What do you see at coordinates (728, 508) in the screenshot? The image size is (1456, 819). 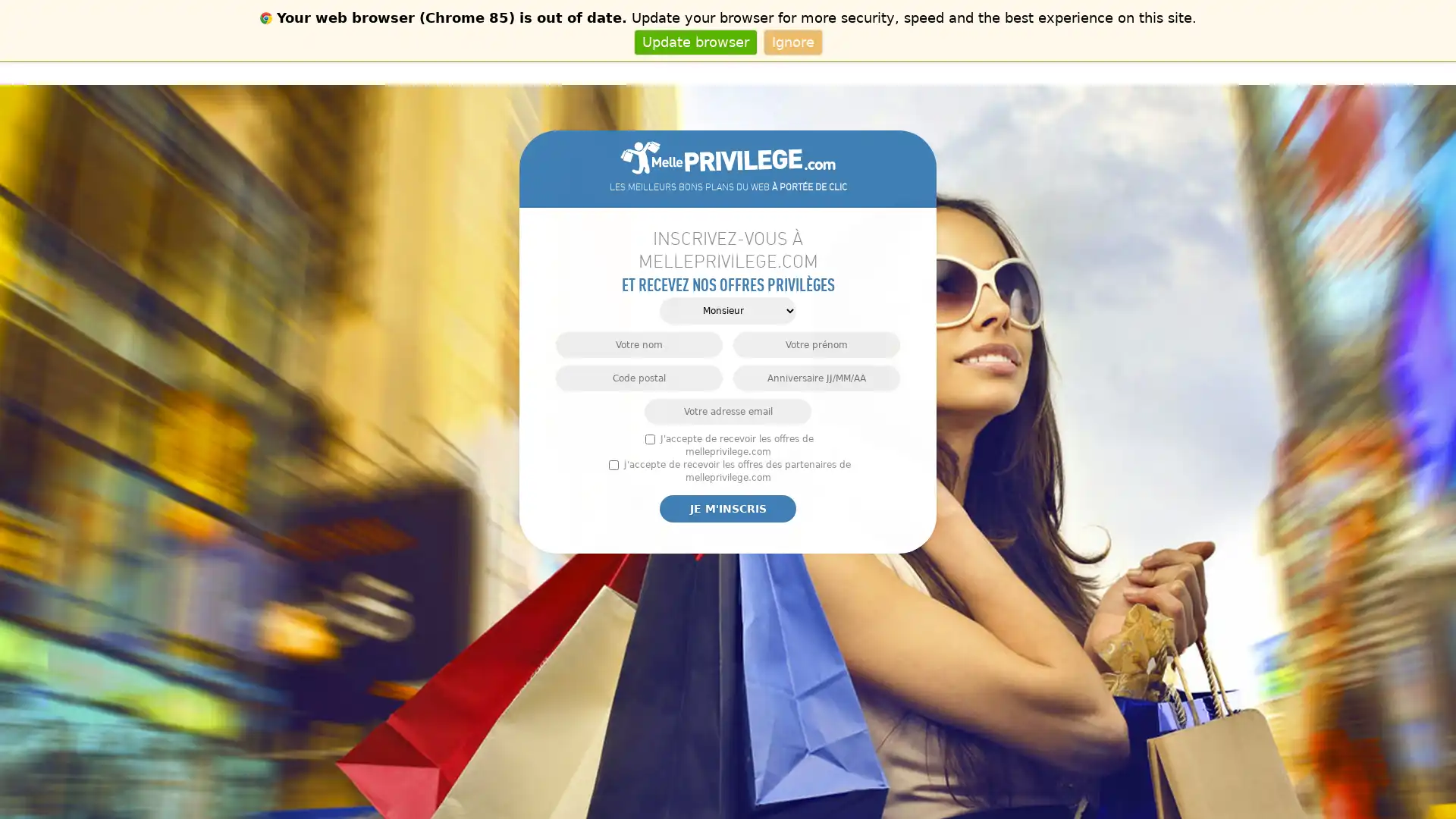 I see `Je m'inscris` at bounding box center [728, 508].